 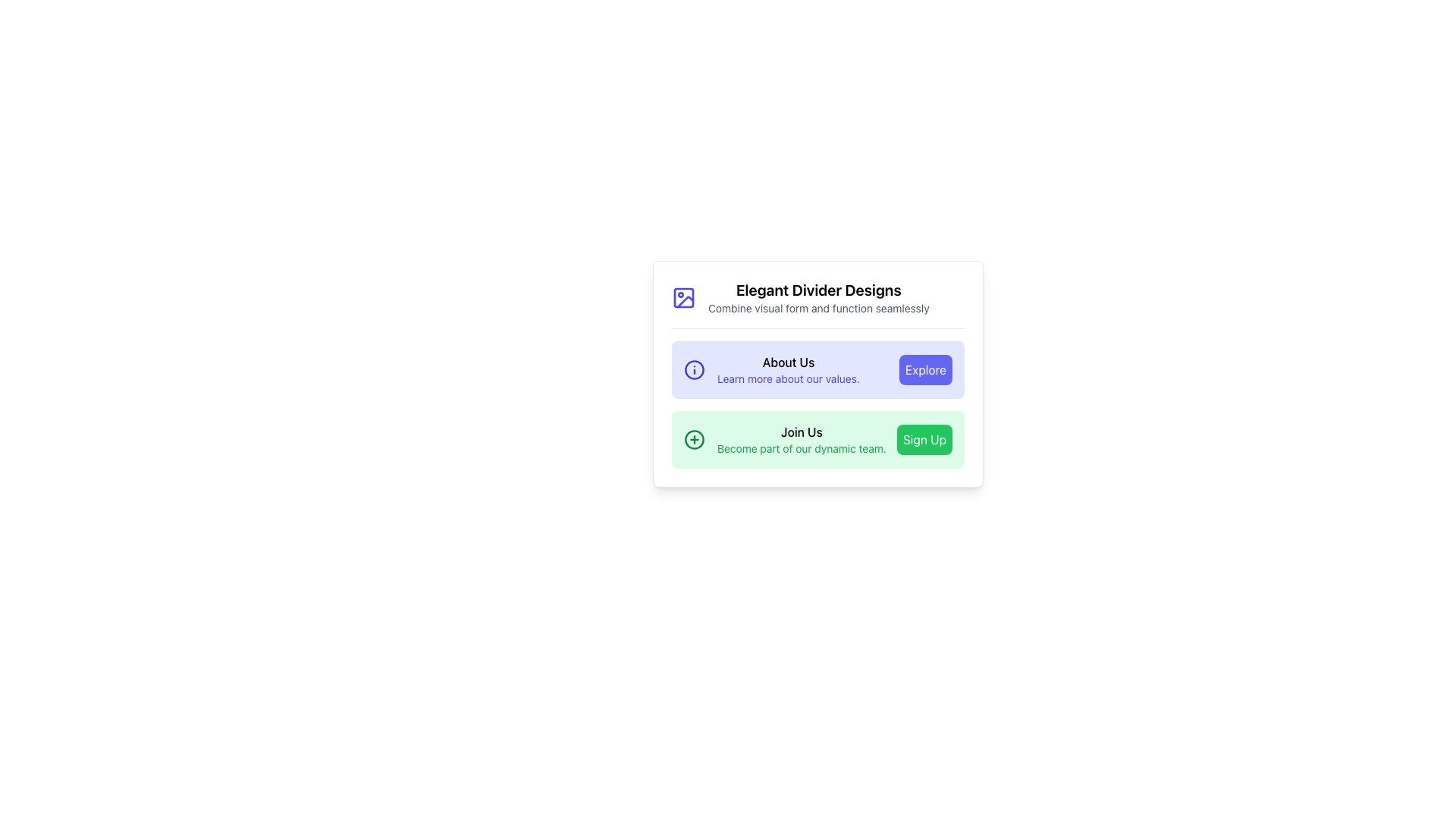 What do you see at coordinates (694, 370) in the screenshot?
I see `the indigo circular outline icon with an 'i' inside, located to the left of the 'About Us' text block` at bounding box center [694, 370].